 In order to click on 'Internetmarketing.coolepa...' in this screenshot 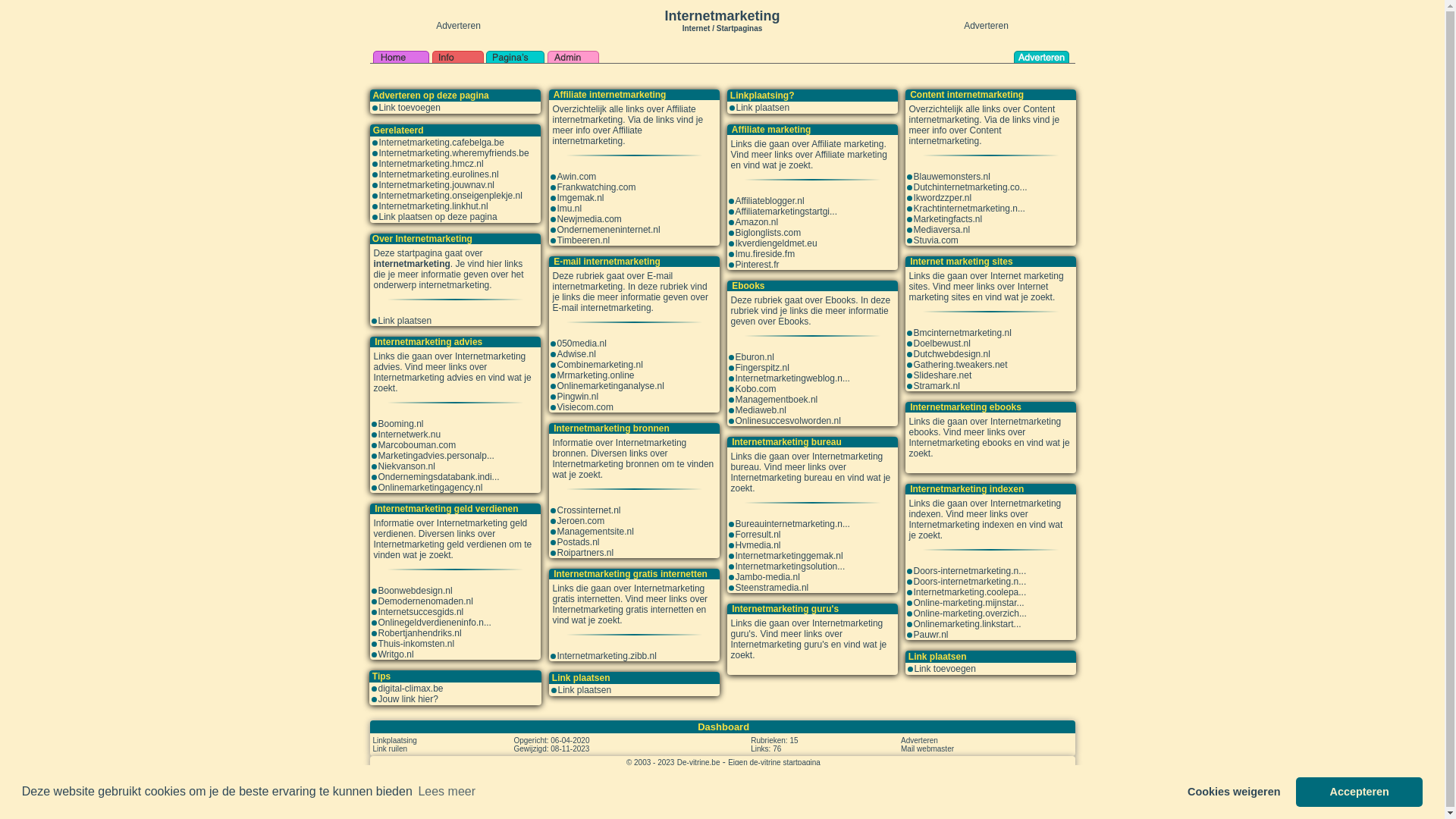, I will do `click(968, 591)`.